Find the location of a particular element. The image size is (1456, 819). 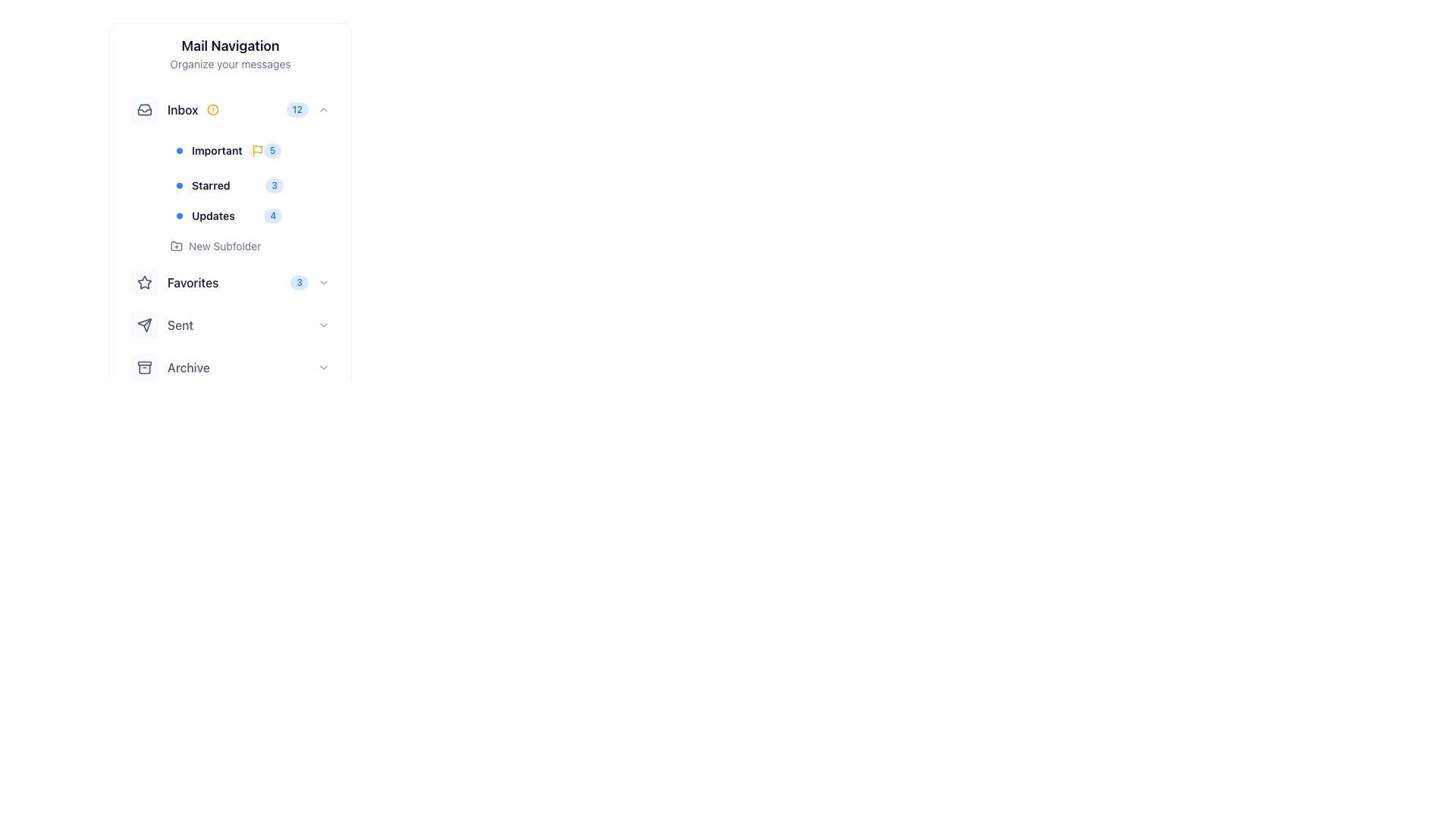

the Icon located within the navigation pane under the 'Inbox' section, adjacent to the 'New Subfolder' text, to understand its representation is located at coordinates (177, 245).